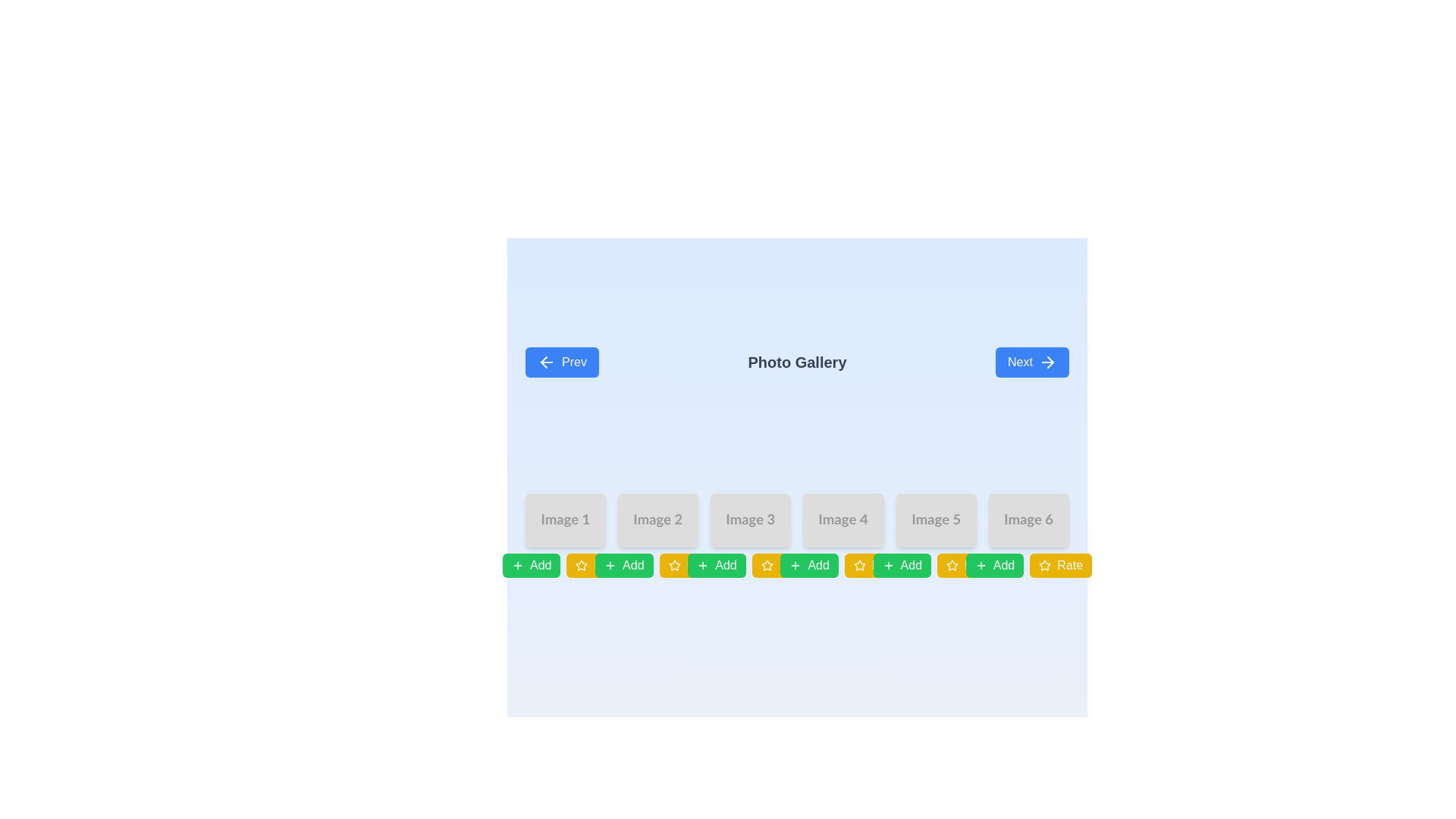  I want to click on the icon located below the fifth image slot titled 'Image 5' to trigger the associated behavior for adding content, so click(888, 565).